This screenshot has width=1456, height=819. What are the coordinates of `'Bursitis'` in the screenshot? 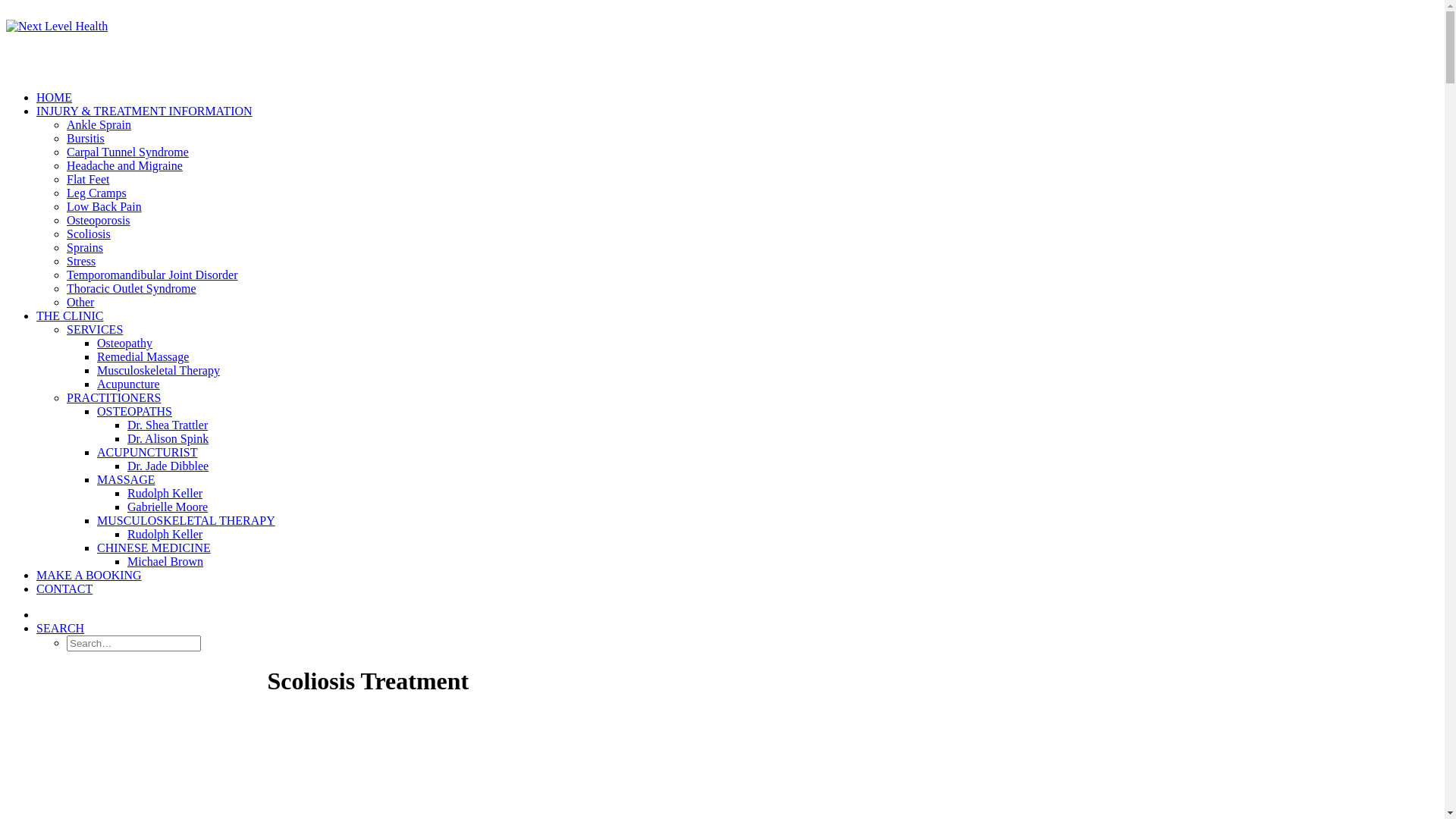 It's located at (65, 138).